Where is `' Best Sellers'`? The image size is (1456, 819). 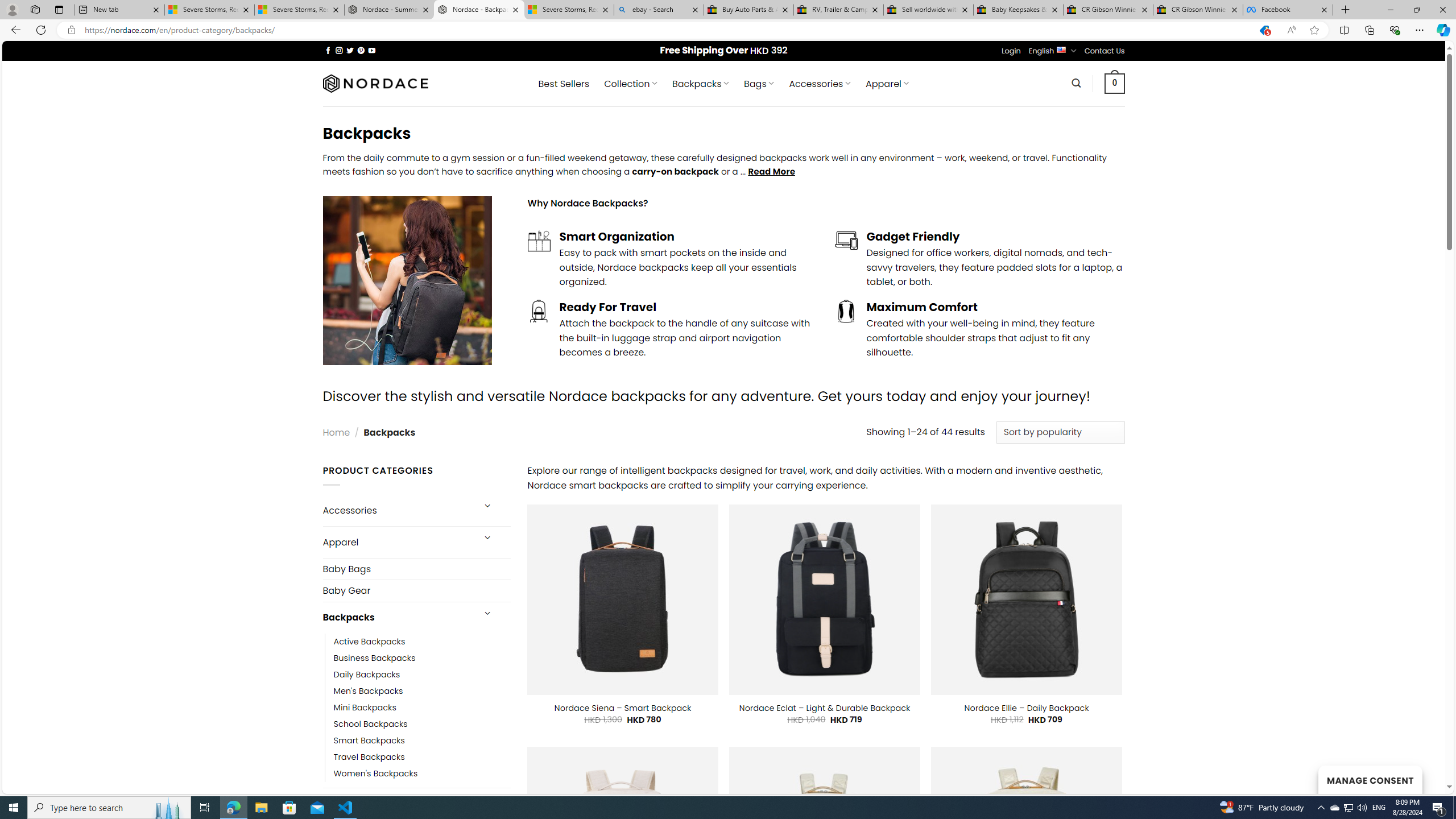 ' Best Sellers' is located at coordinates (564, 83).